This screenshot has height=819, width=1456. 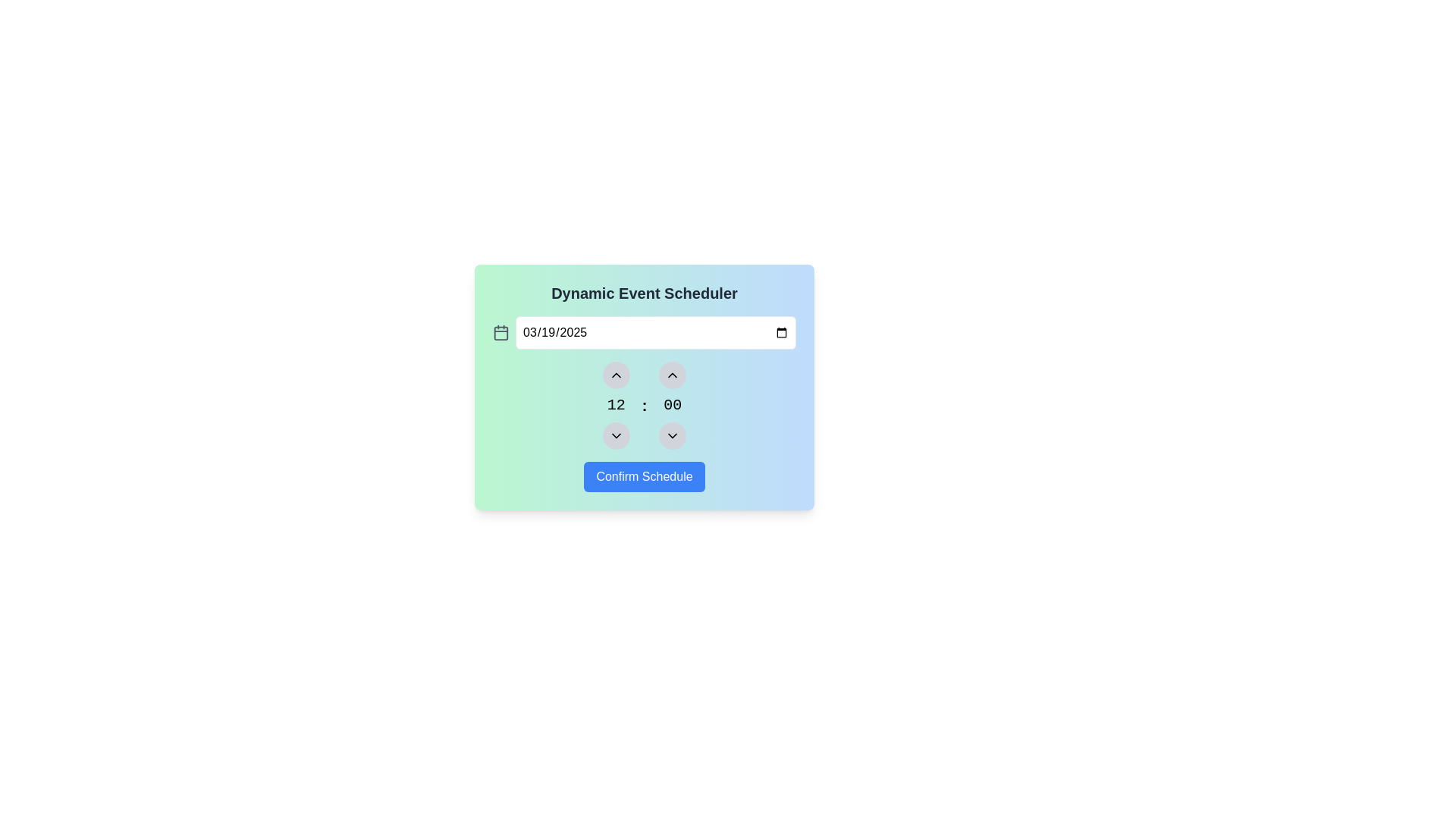 I want to click on the upward-pointing chevron icon inside the circular button to increment the hour value in the time selector area of the scheduler interface, so click(x=672, y=375).